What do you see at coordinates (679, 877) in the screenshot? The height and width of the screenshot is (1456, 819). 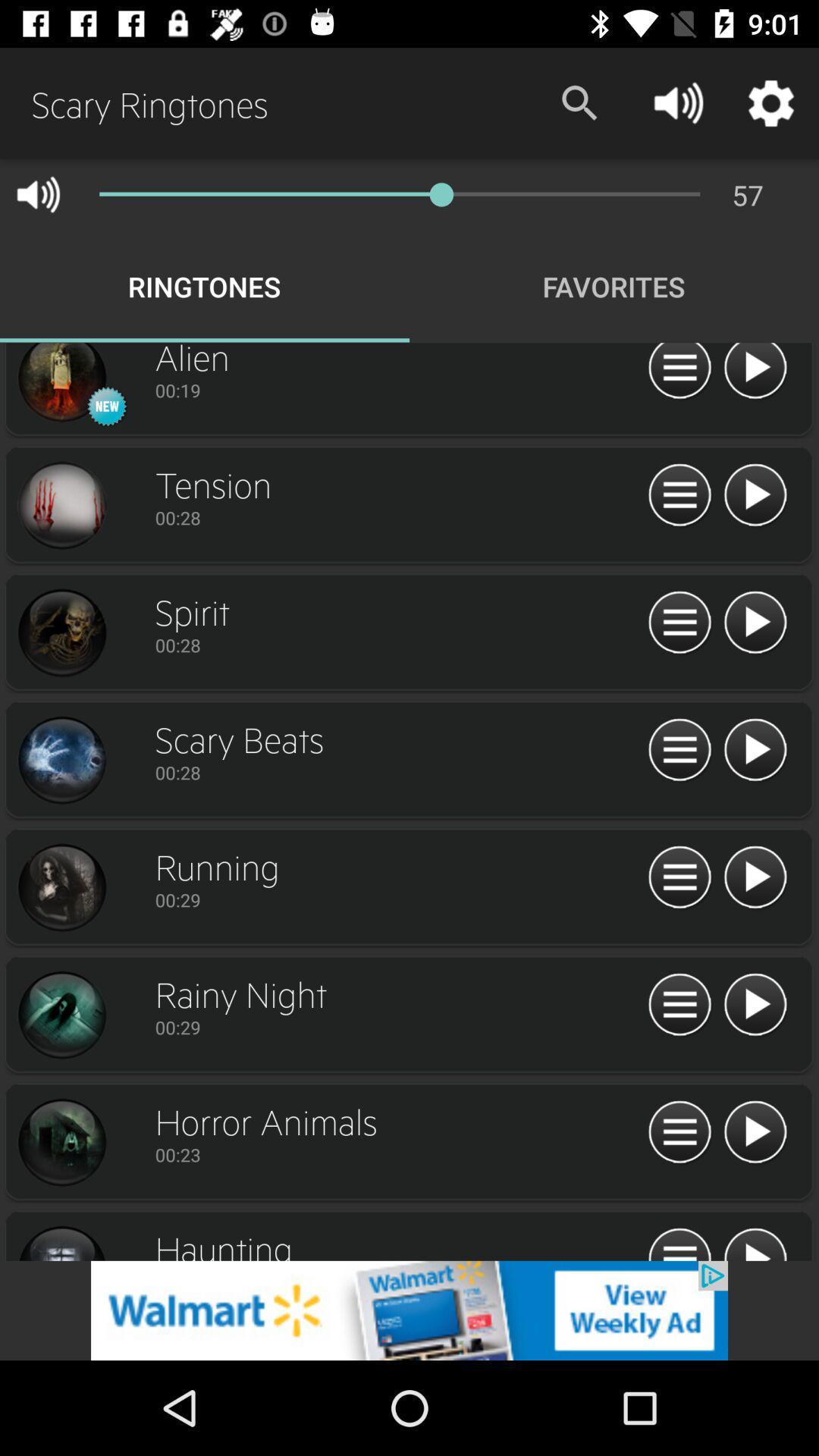 I see `music description button` at bounding box center [679, 877].